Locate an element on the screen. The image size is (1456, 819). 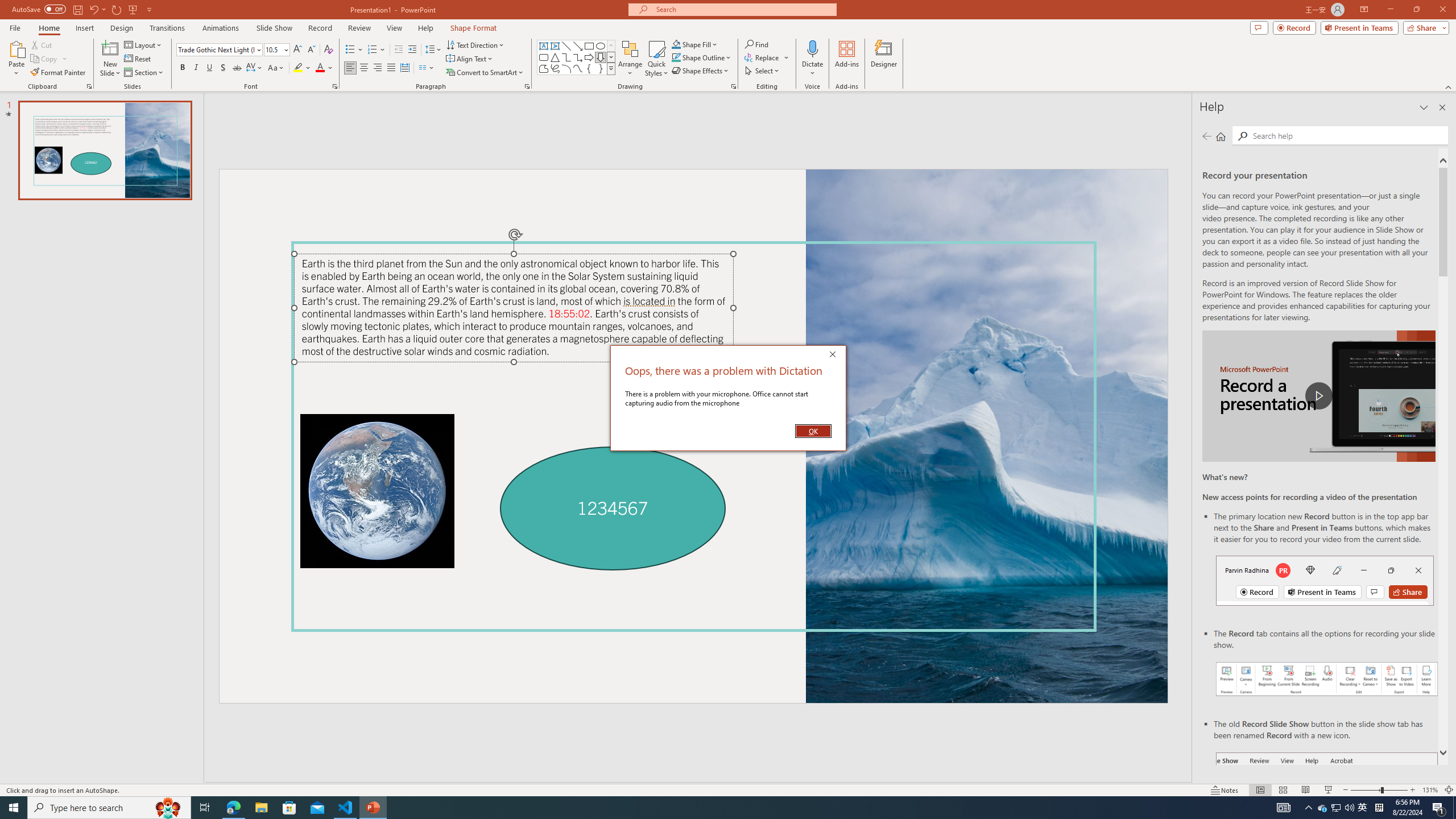
'Q2790: 100%' is located at coordinates (1349, 806).